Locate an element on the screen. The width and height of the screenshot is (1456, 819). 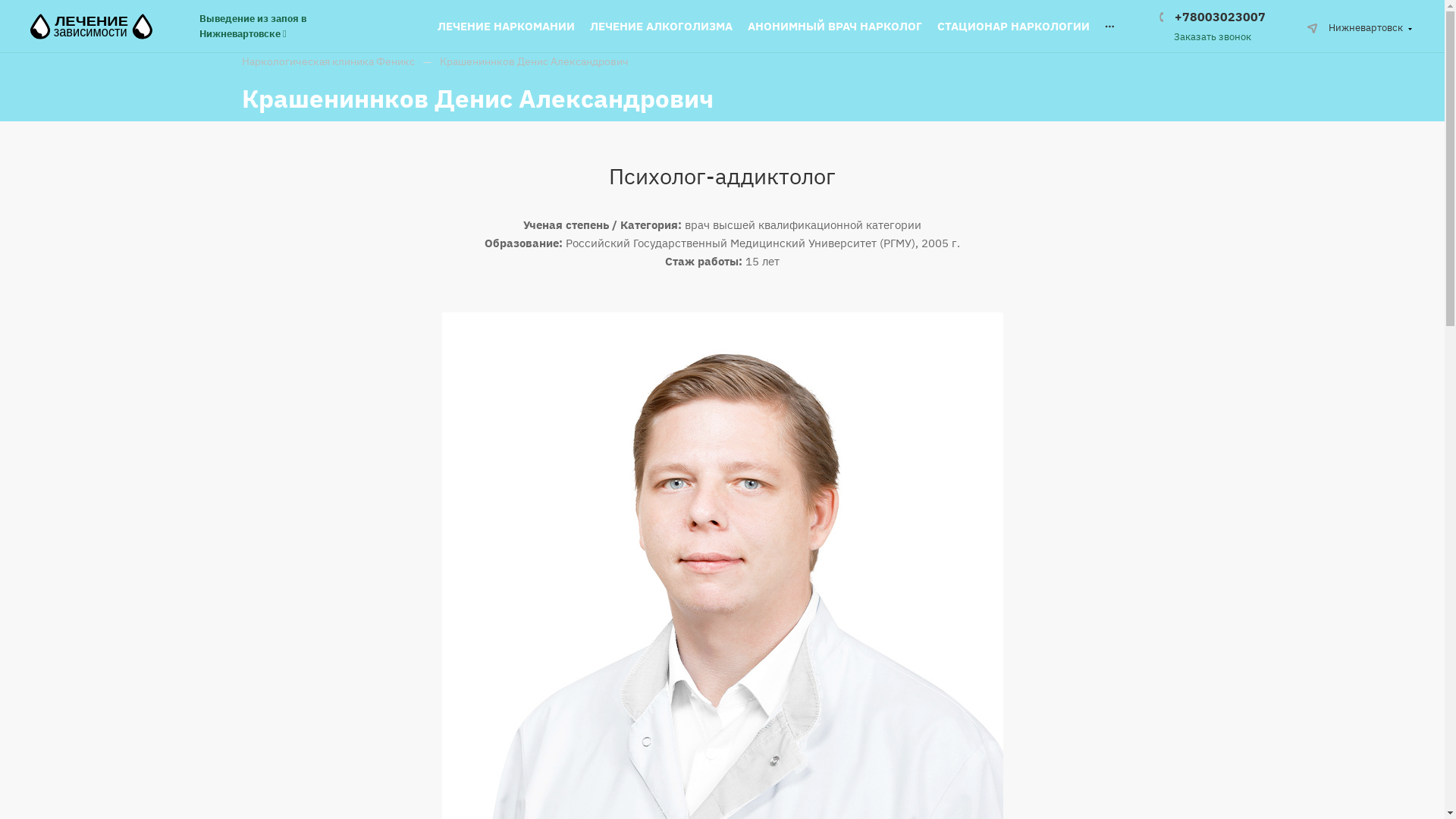
'+78003023007' is located at coordinates (1211, 17).